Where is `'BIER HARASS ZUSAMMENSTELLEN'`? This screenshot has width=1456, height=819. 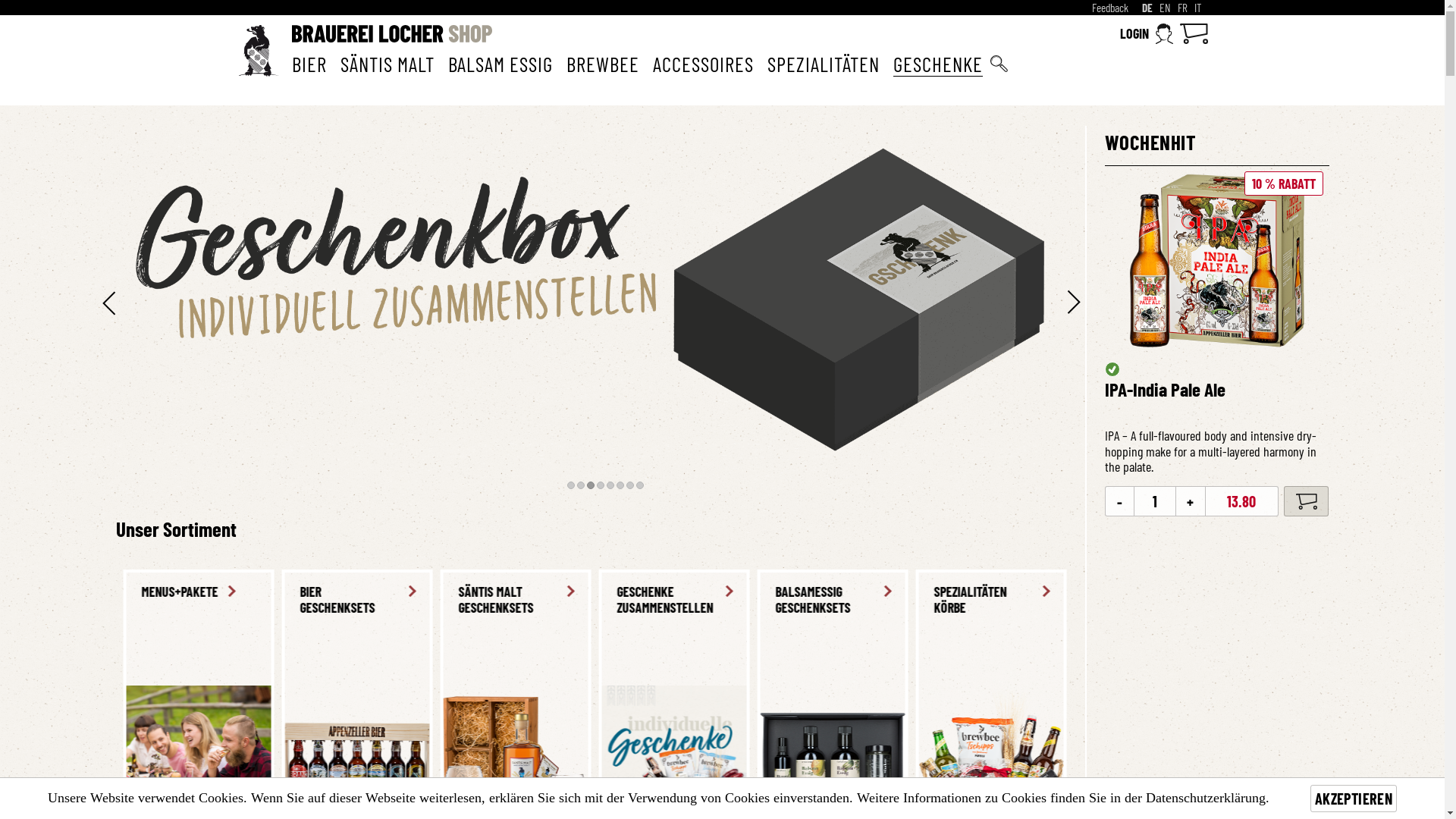 'BIER HARASS ZUSAMMENSTELLEN' is located at coordinates (507, 599).